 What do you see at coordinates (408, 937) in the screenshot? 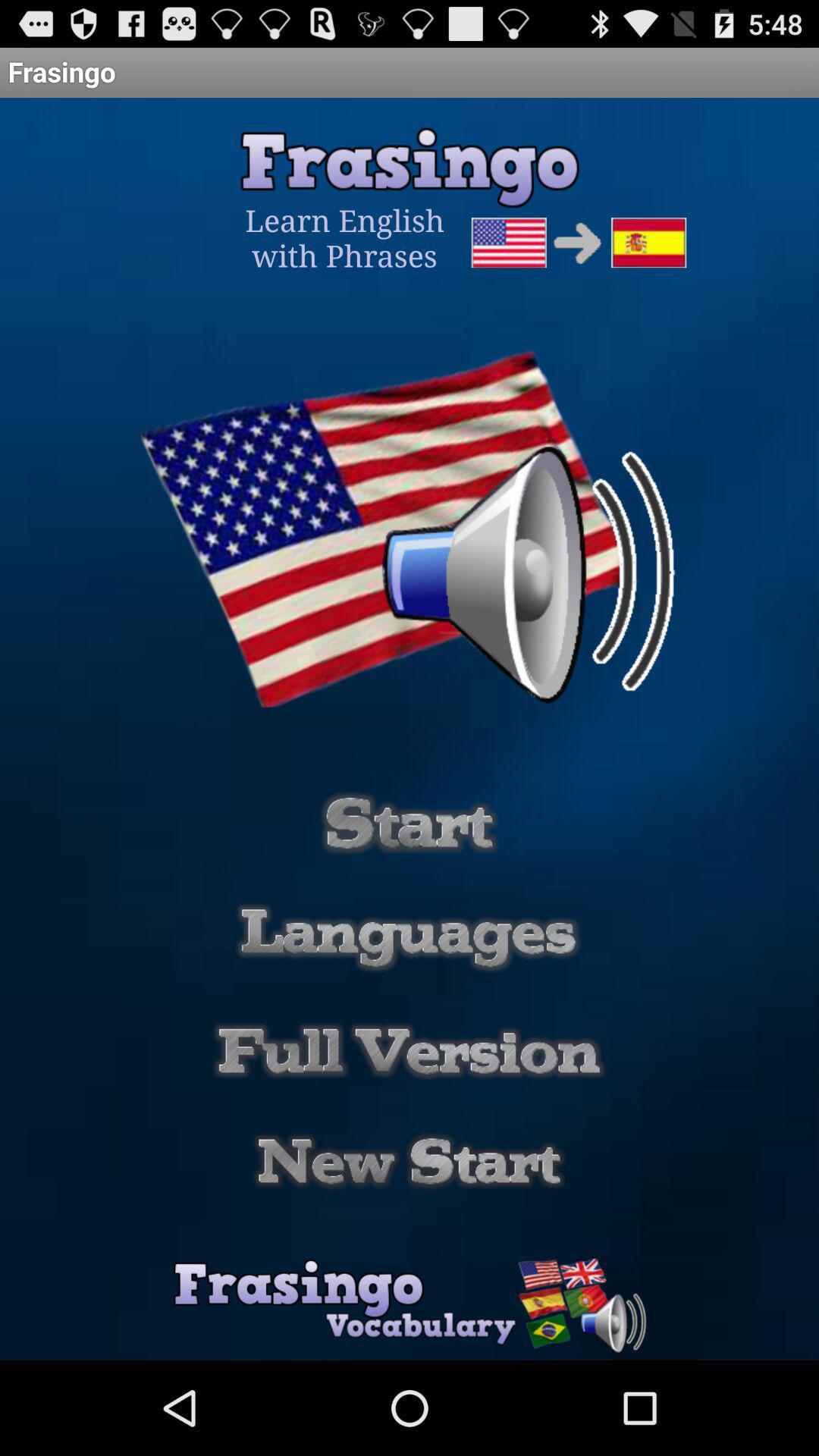
I see `open menu options` at bounding box center [408, 937].